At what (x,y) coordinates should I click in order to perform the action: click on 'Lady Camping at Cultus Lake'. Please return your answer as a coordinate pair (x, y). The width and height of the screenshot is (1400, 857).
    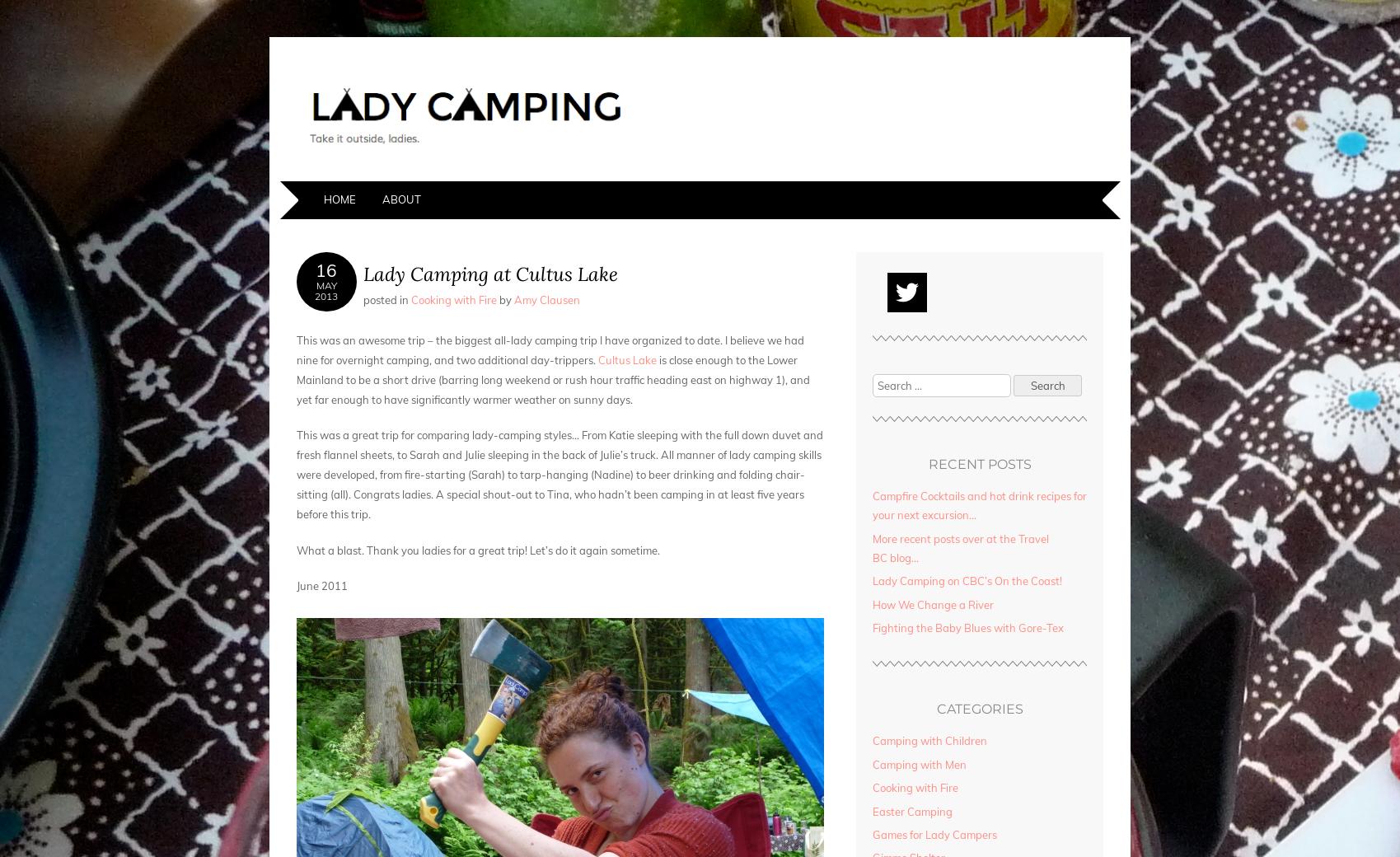
    Looking at the image, I should click on (490, 272).